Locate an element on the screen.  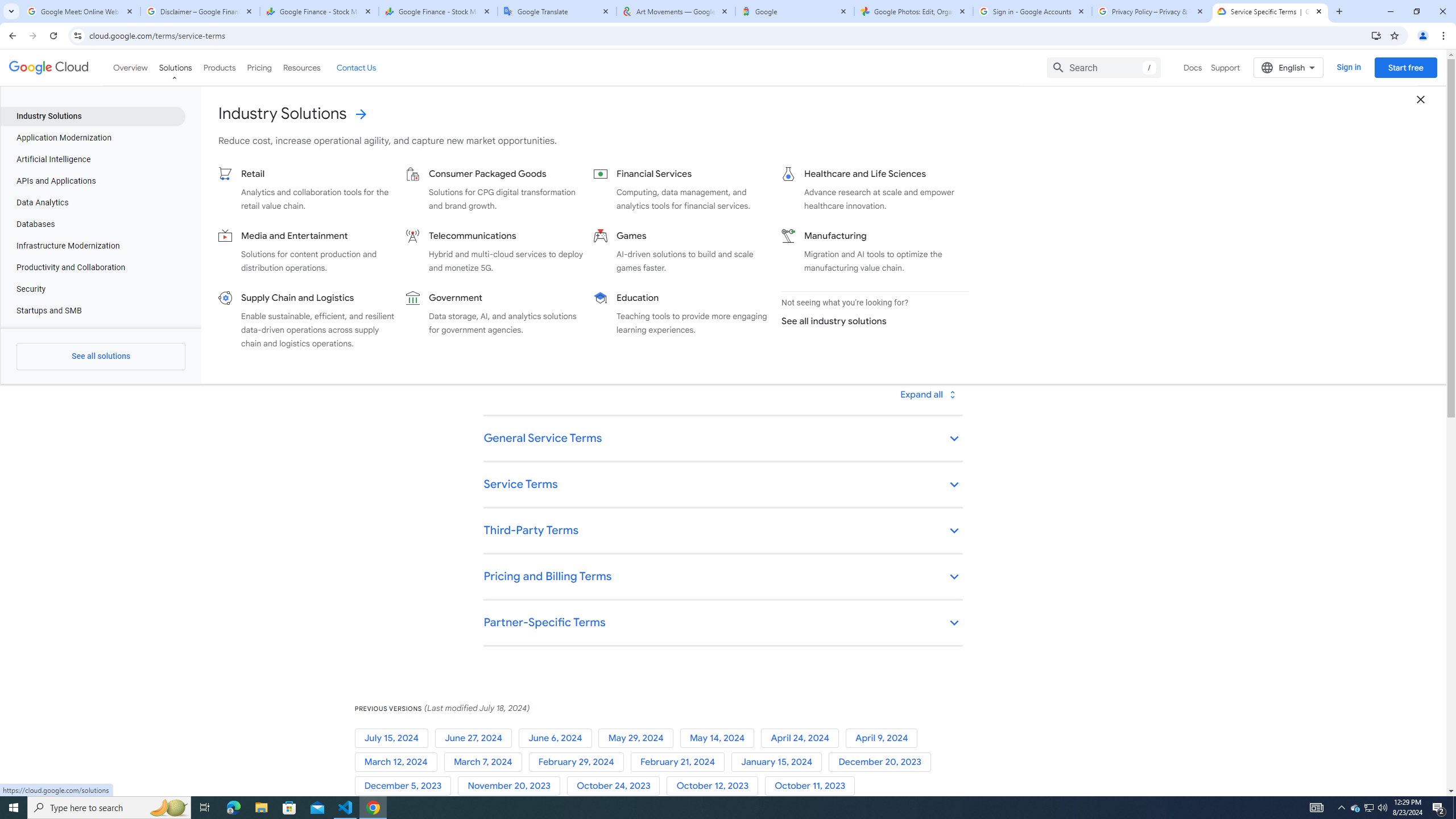
'December 5, 2023' is located at coordinates (406, 786).